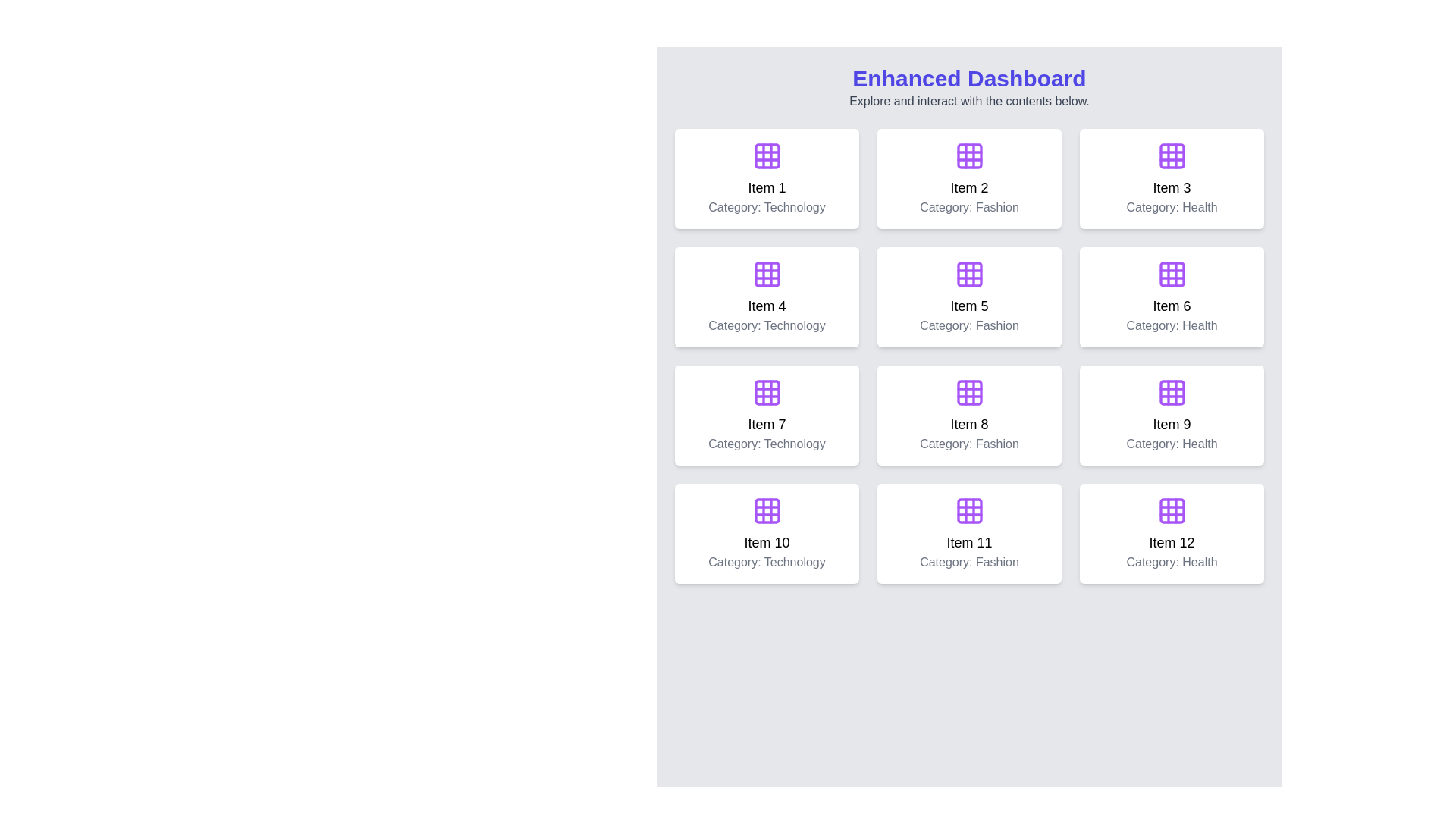 This screenshot has height=819, width=1456. What do you see at coordinates (1171, 511) in the screenshot?
I see `visually the decorative purple rounded rectangle shape located in the center of the ninth grid square of the 'Item 12' card on the dashboard` at bounding box center [1171, 511].